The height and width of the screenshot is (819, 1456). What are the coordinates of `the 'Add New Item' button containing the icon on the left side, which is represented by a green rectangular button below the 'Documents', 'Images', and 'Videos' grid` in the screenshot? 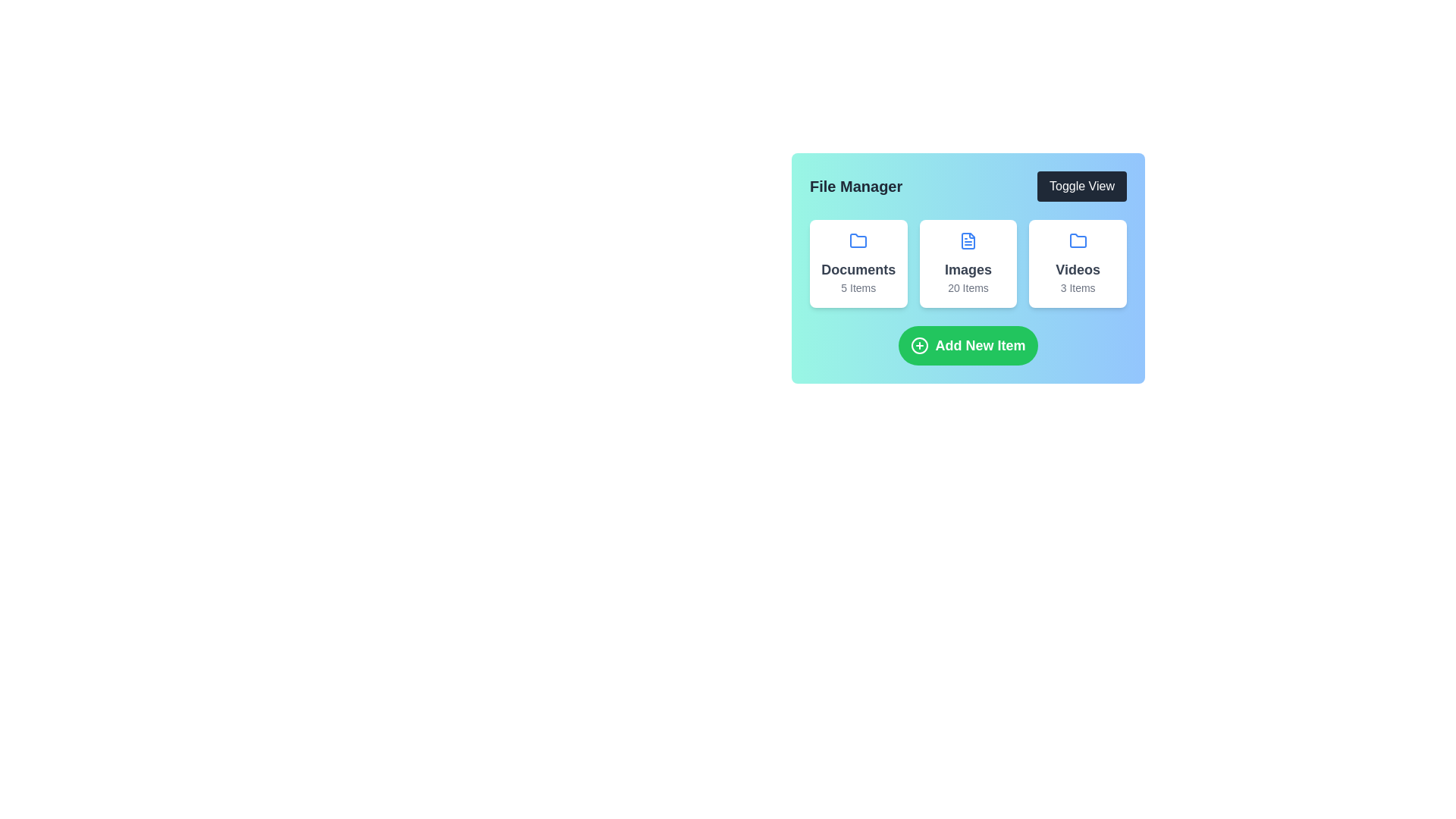 It's located at (919, 345).